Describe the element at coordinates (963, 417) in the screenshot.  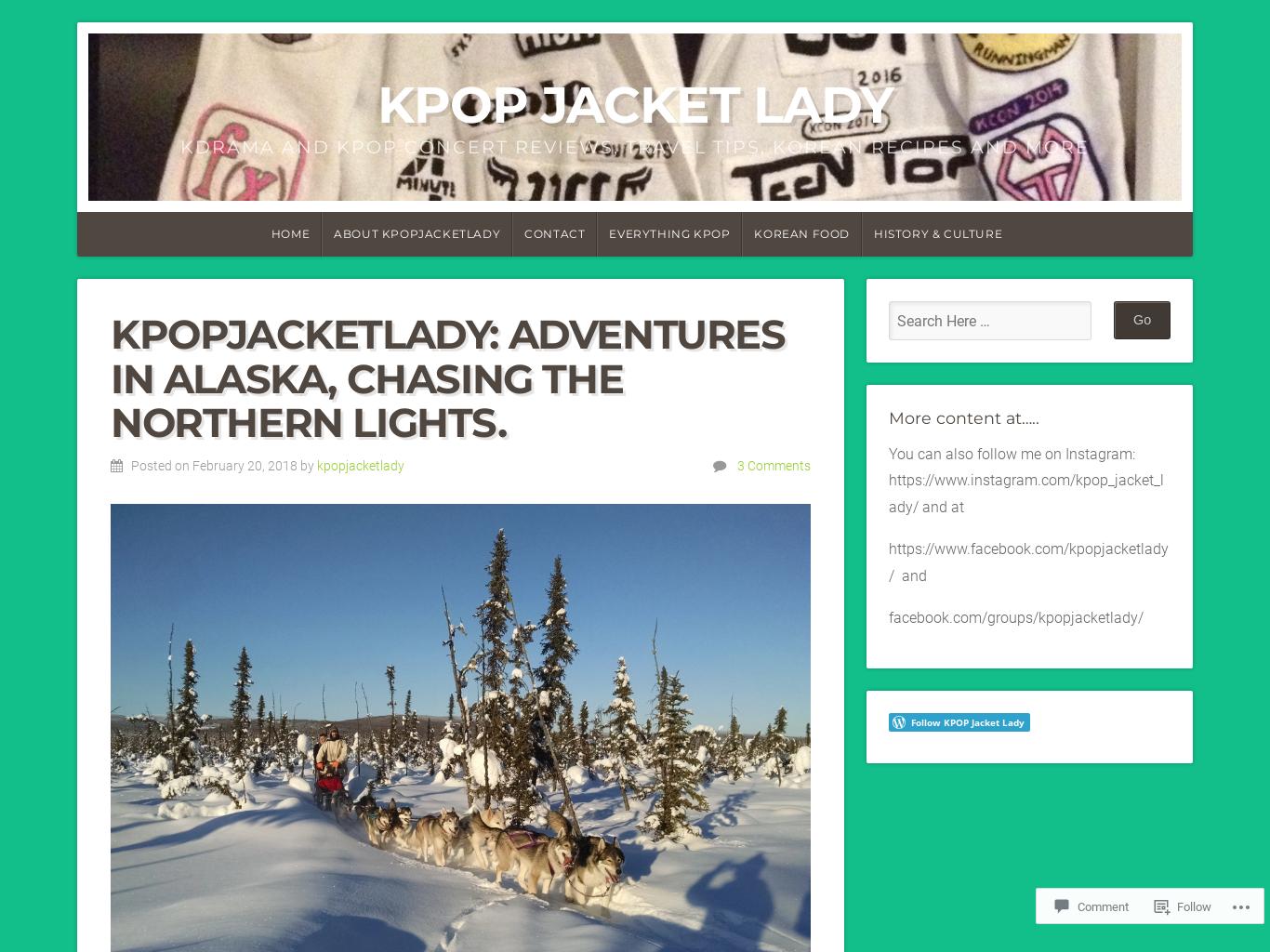
I see `'More content at…..'` at that location.